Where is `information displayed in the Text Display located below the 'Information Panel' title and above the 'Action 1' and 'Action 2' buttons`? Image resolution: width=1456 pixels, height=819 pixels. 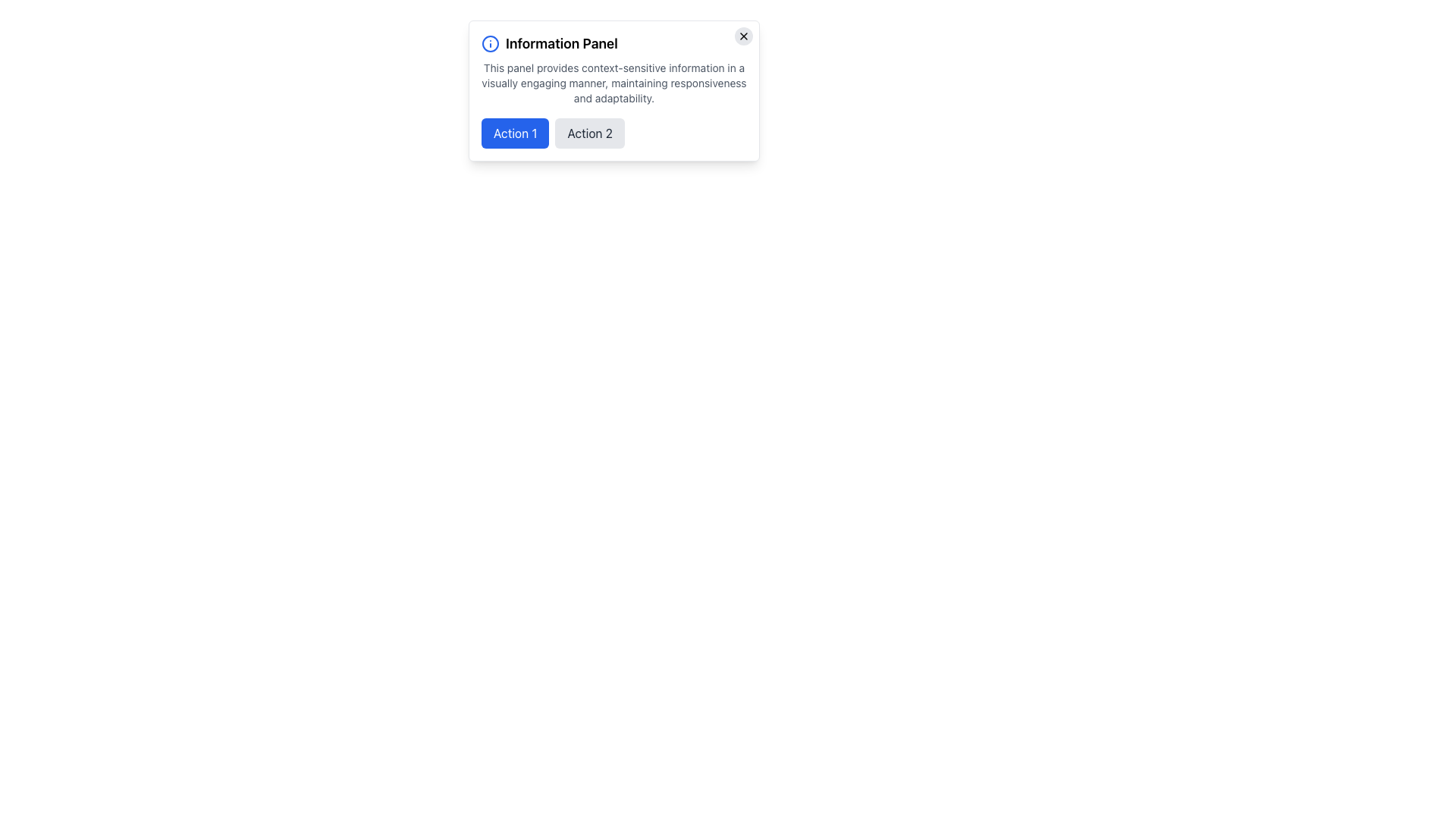
information displayed in the Text Display located below the 'Information Panel' title and above the 'Action 1' and 'Action 2' buttons is located at coordinates (614, 83).